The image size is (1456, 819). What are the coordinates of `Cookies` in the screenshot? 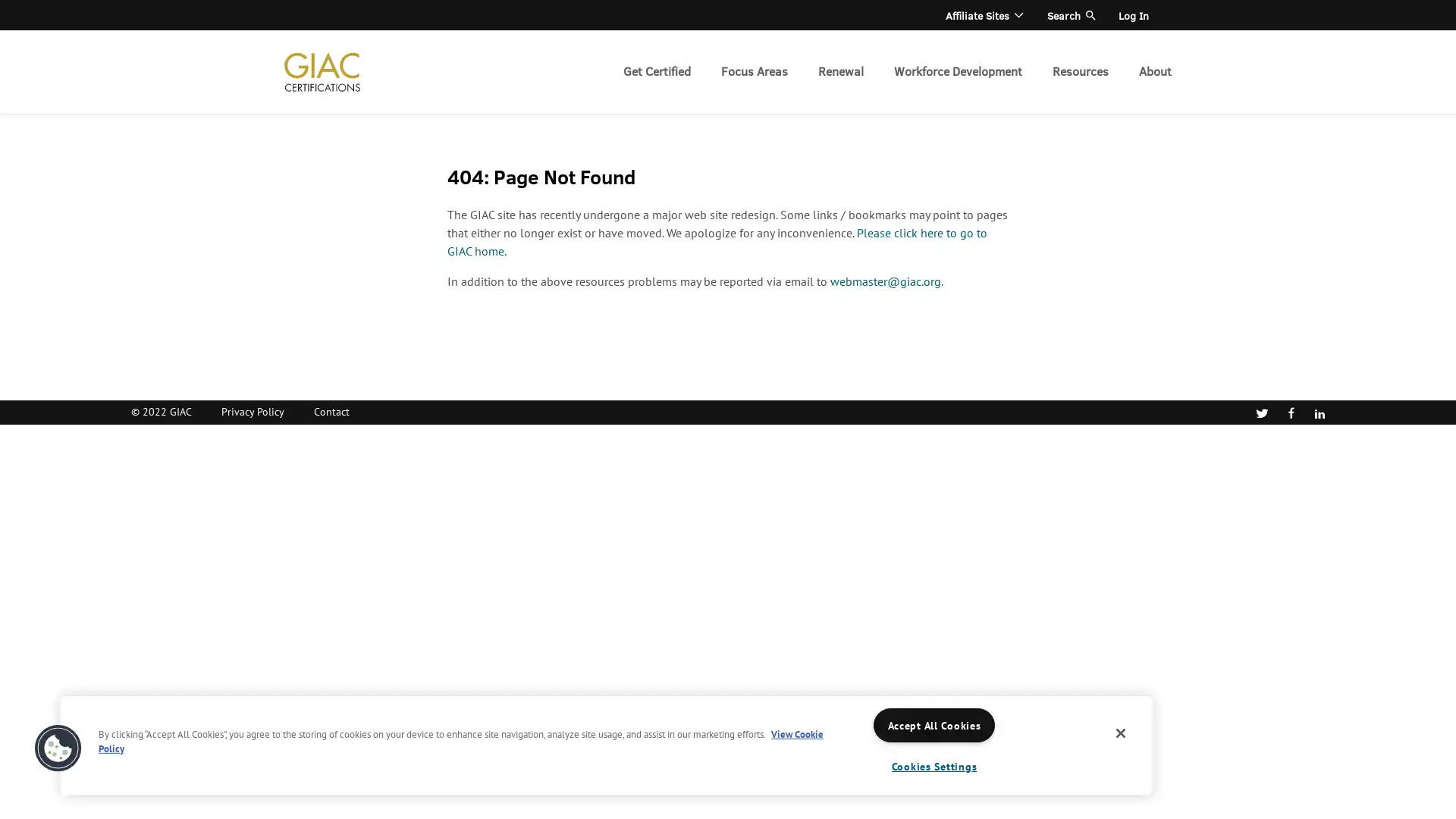 It's located at (58, 748).